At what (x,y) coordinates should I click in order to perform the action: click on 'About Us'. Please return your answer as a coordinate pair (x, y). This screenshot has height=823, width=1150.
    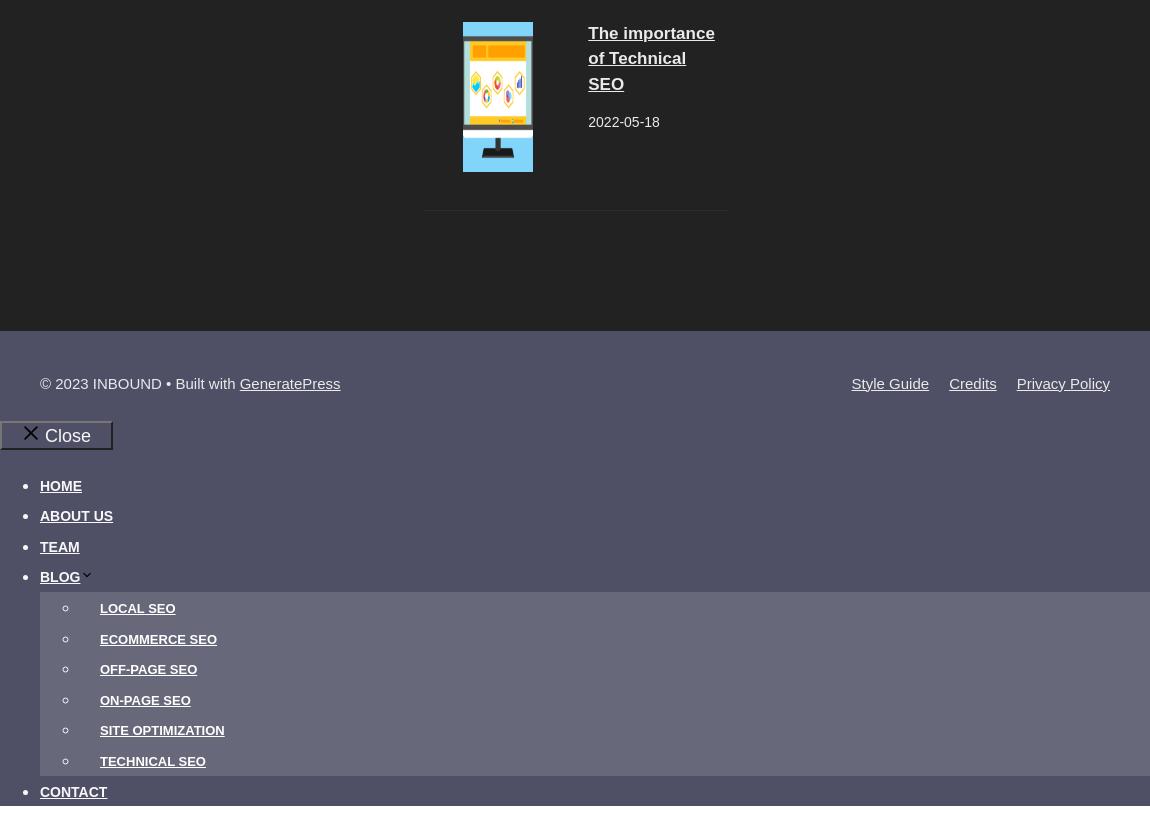
    Looking at the image, I should click on (75, 516).